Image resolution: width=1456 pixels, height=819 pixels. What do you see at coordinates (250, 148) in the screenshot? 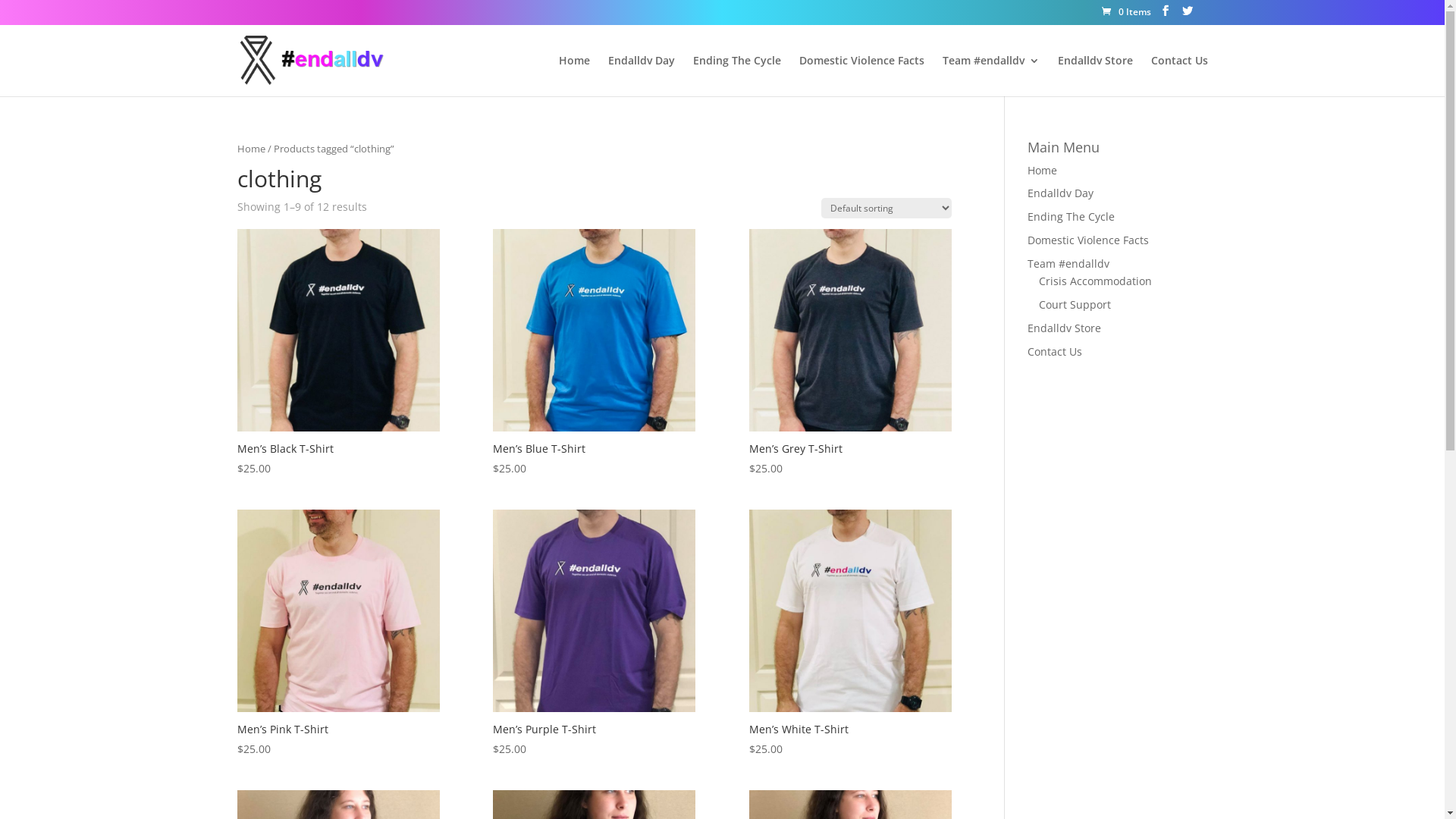
I see `'Home'` at bounding box center [250, 148].